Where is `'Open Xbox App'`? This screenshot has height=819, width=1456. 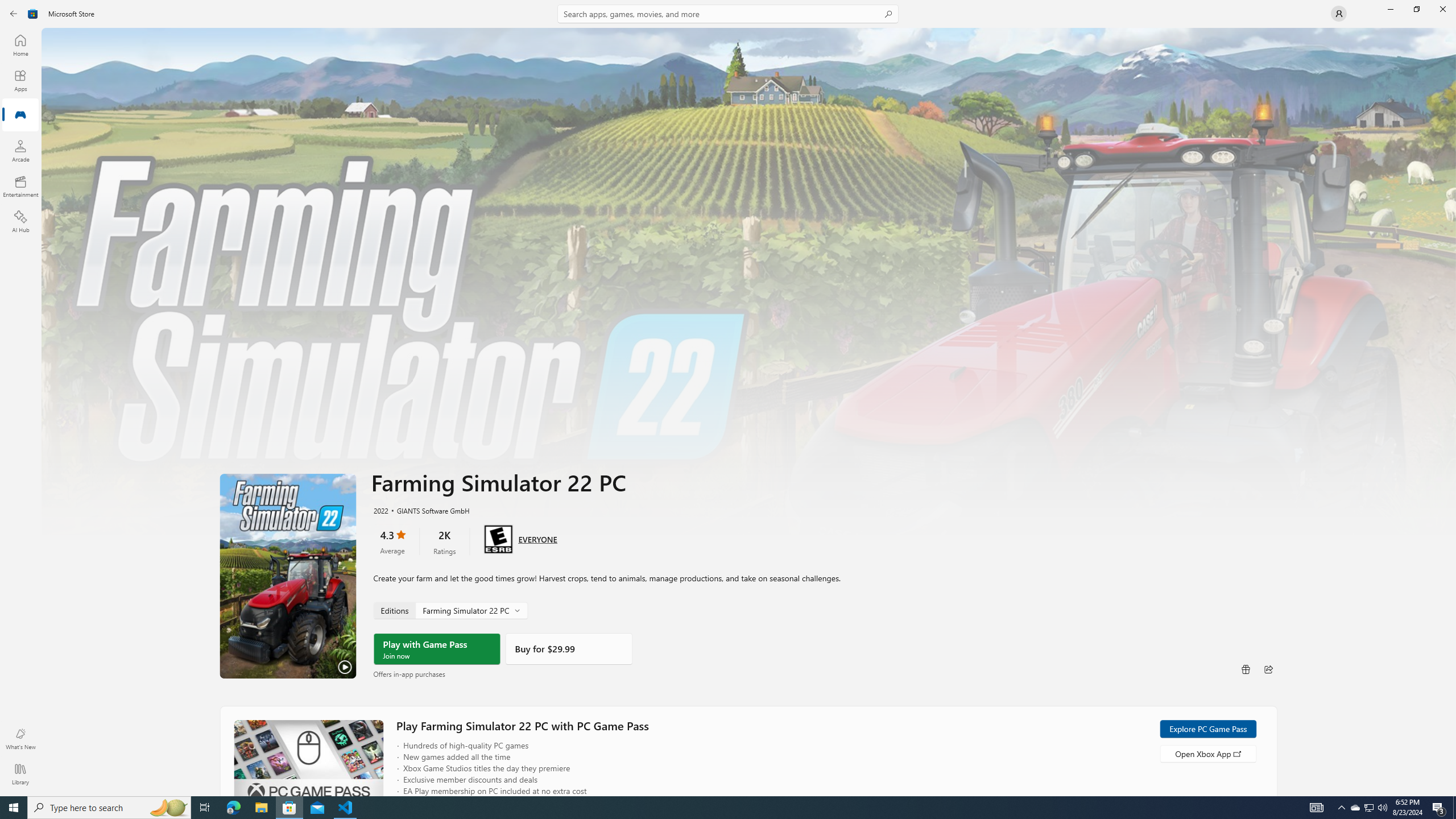 'Open Xbox App' is located at coordinates (1207, 753).